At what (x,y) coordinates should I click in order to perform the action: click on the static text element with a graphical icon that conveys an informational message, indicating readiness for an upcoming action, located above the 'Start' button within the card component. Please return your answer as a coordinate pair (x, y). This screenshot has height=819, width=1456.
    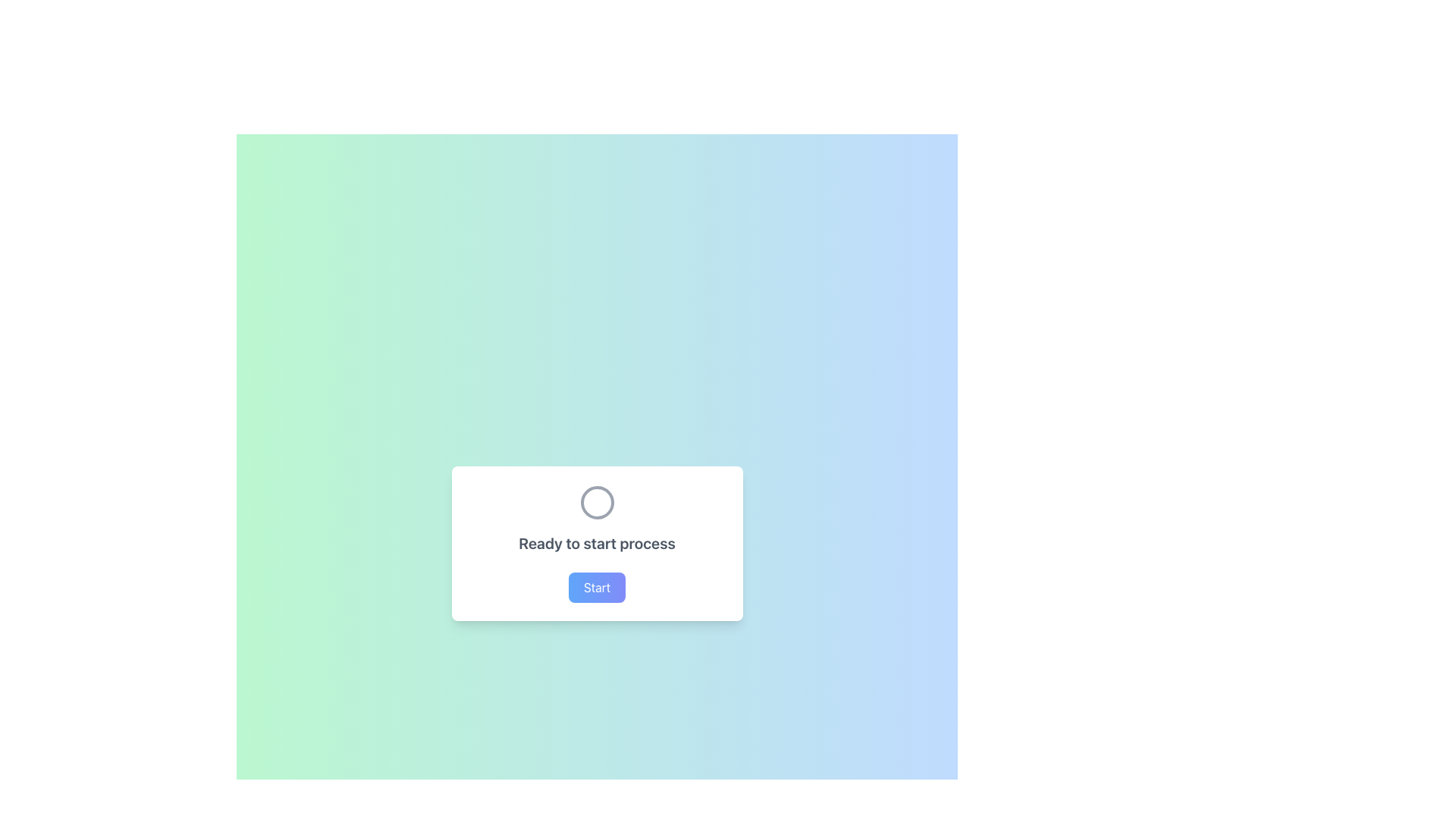
    Looking at the image, I should click on (596, 519).